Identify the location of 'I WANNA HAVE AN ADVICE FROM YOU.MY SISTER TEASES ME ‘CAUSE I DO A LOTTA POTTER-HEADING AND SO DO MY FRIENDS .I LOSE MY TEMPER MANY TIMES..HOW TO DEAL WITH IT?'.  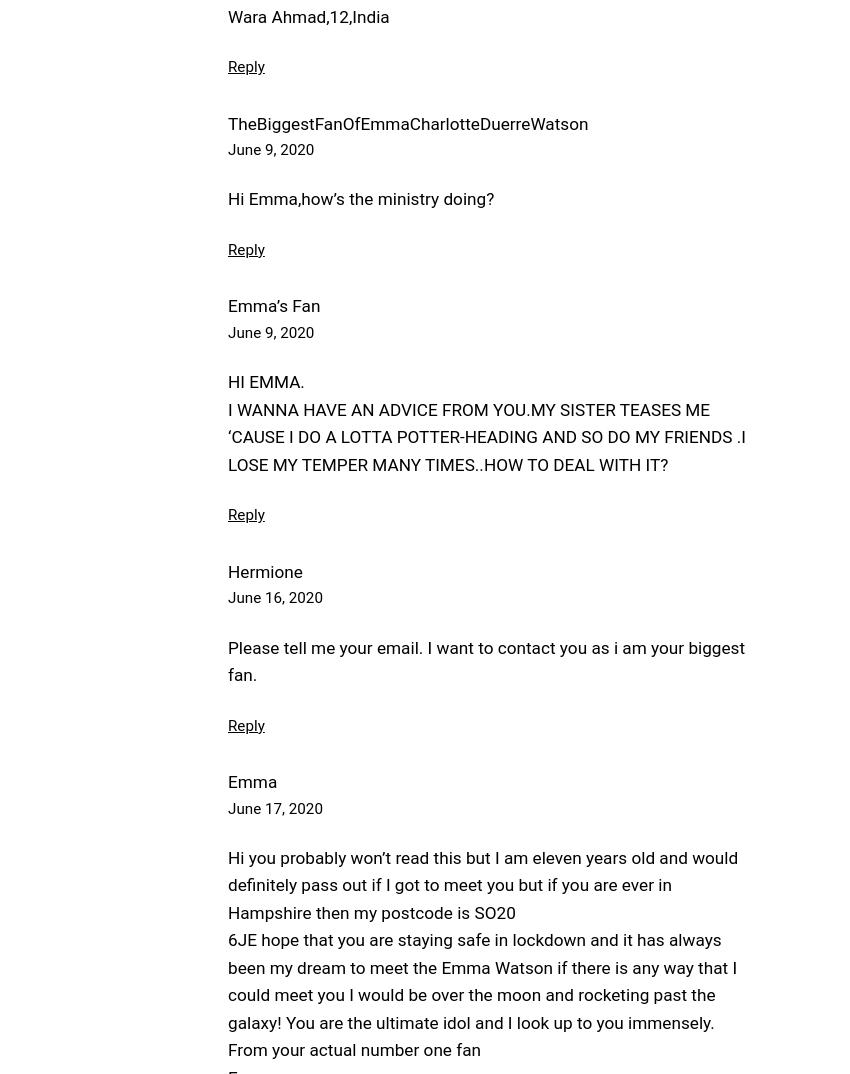
(486, 435).